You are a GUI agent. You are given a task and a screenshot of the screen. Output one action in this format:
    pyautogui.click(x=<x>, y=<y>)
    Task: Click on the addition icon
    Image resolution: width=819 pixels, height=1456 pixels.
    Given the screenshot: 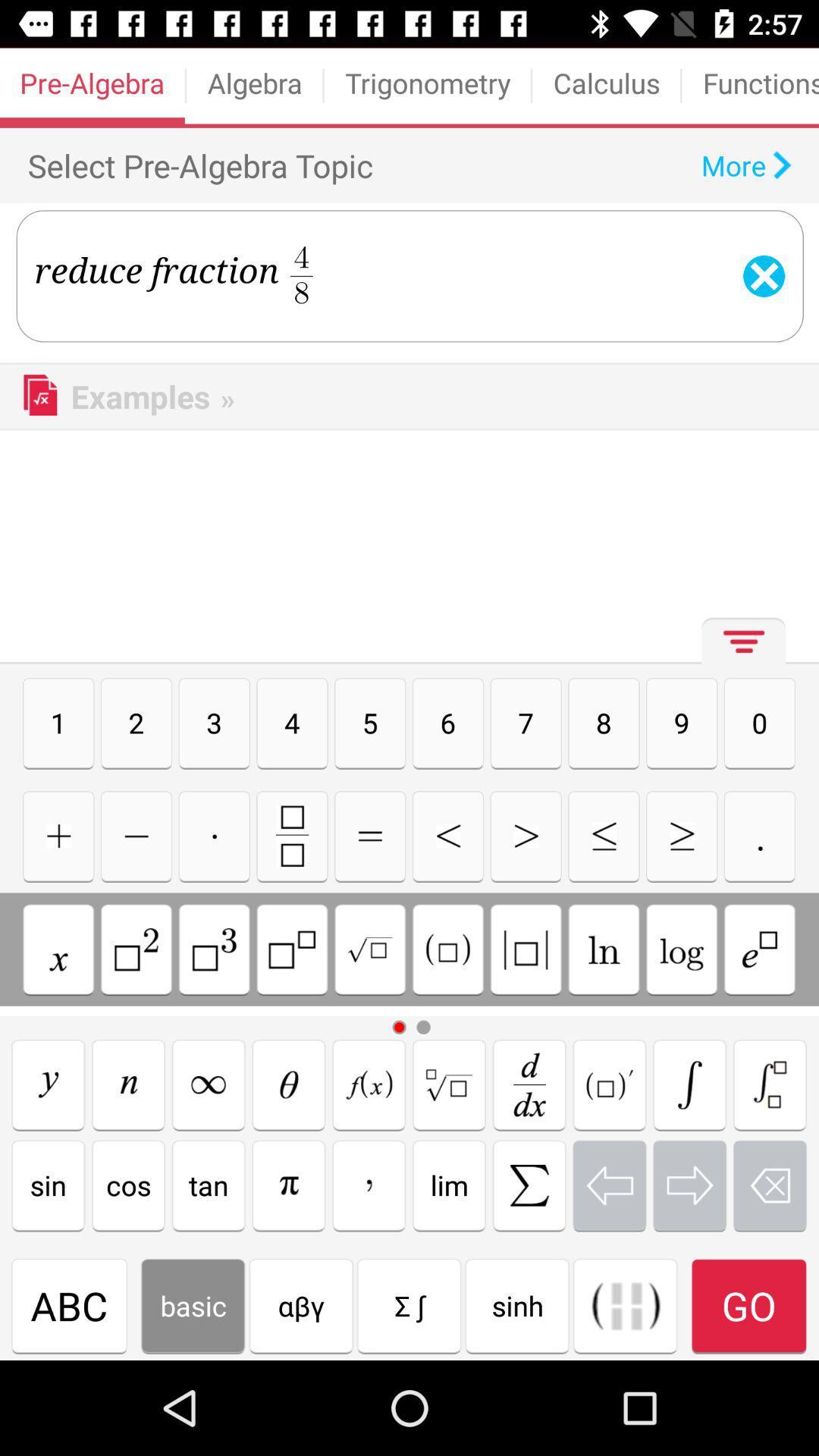 What is the action you would take?
    pyautogui.click(x=58, y=835)
    